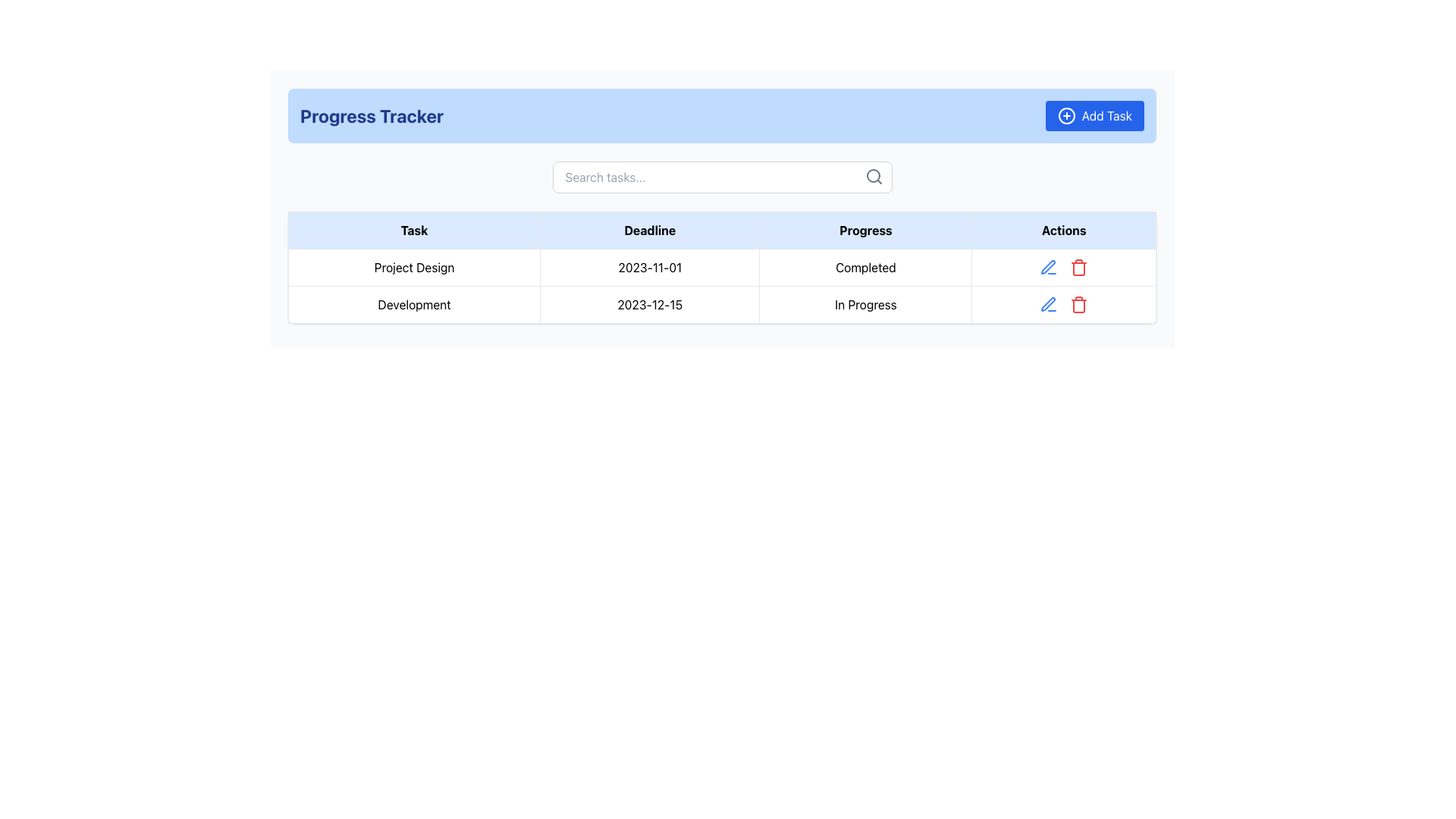  I want to click on the first cell in the second row under the 'Task' column of the progress tracking table, which displays the name of a task, so click(414, 304).